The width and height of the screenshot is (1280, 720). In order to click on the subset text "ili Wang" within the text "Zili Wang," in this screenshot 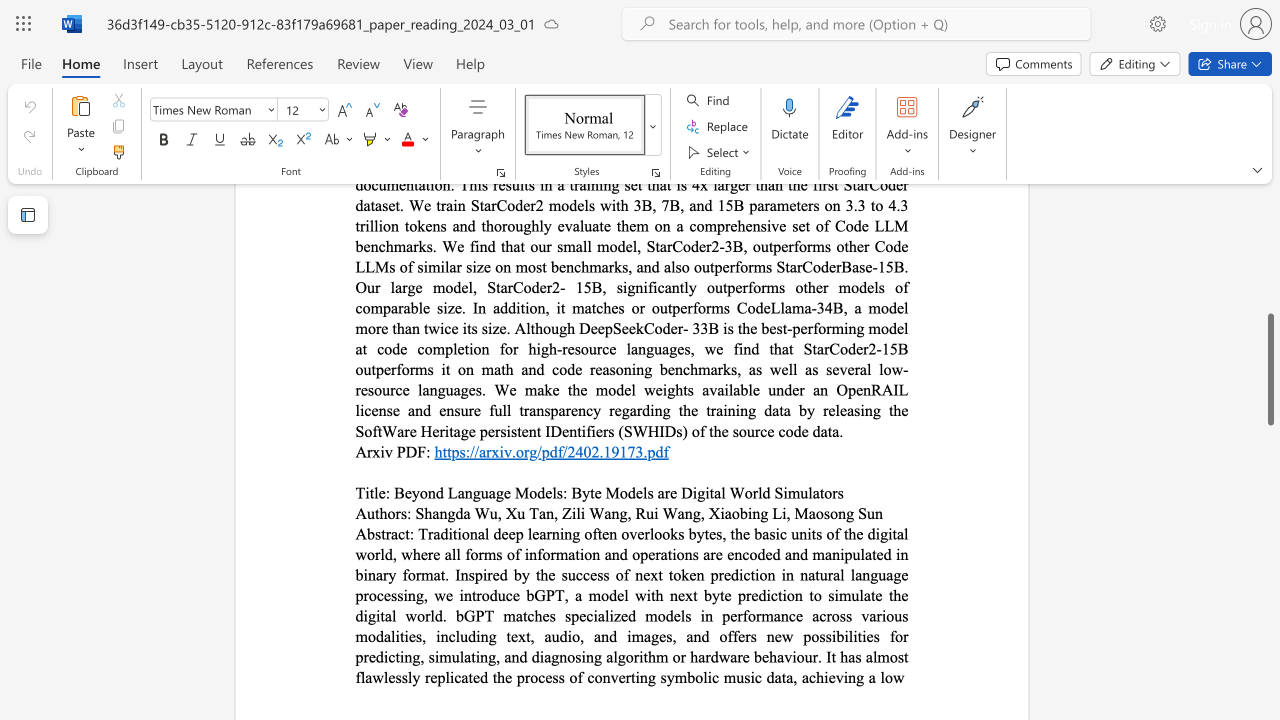, I will do `click(570, 512)`.